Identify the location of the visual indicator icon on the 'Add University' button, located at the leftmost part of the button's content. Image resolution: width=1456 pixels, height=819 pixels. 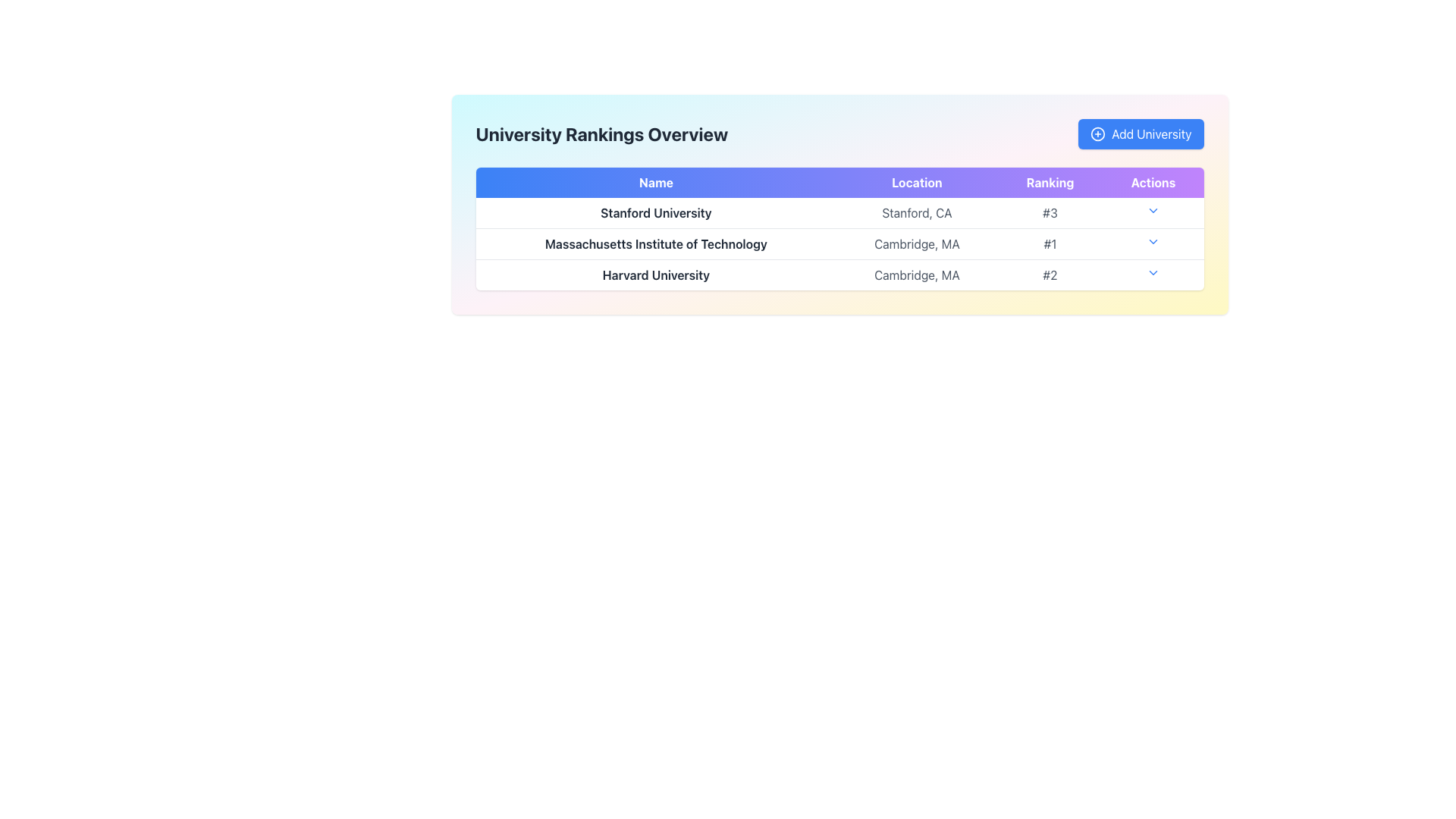
(1098, 133).